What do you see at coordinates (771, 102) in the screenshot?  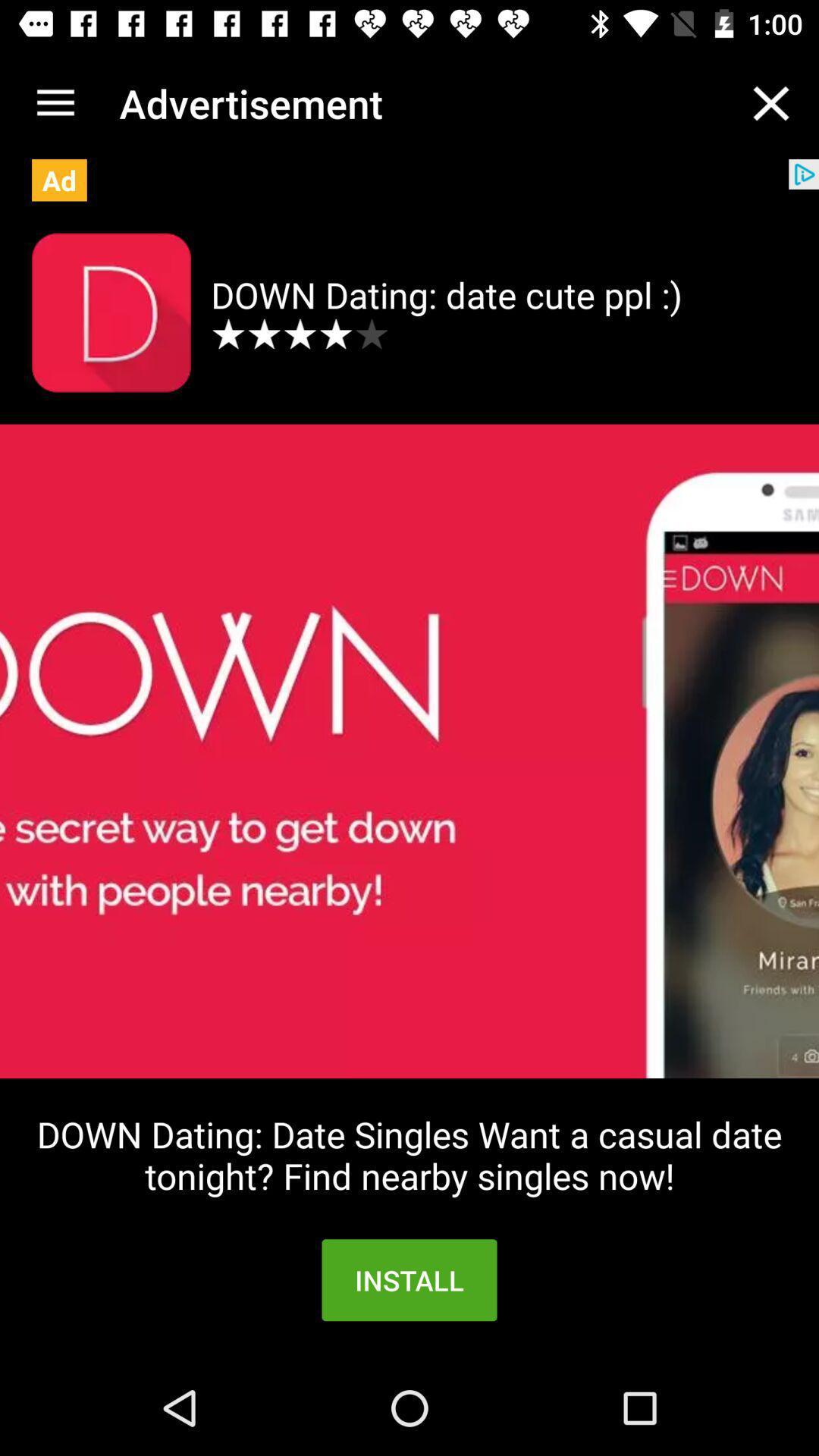 I see `the item to the right of the advertisement item` at bounding box center [771, 102].